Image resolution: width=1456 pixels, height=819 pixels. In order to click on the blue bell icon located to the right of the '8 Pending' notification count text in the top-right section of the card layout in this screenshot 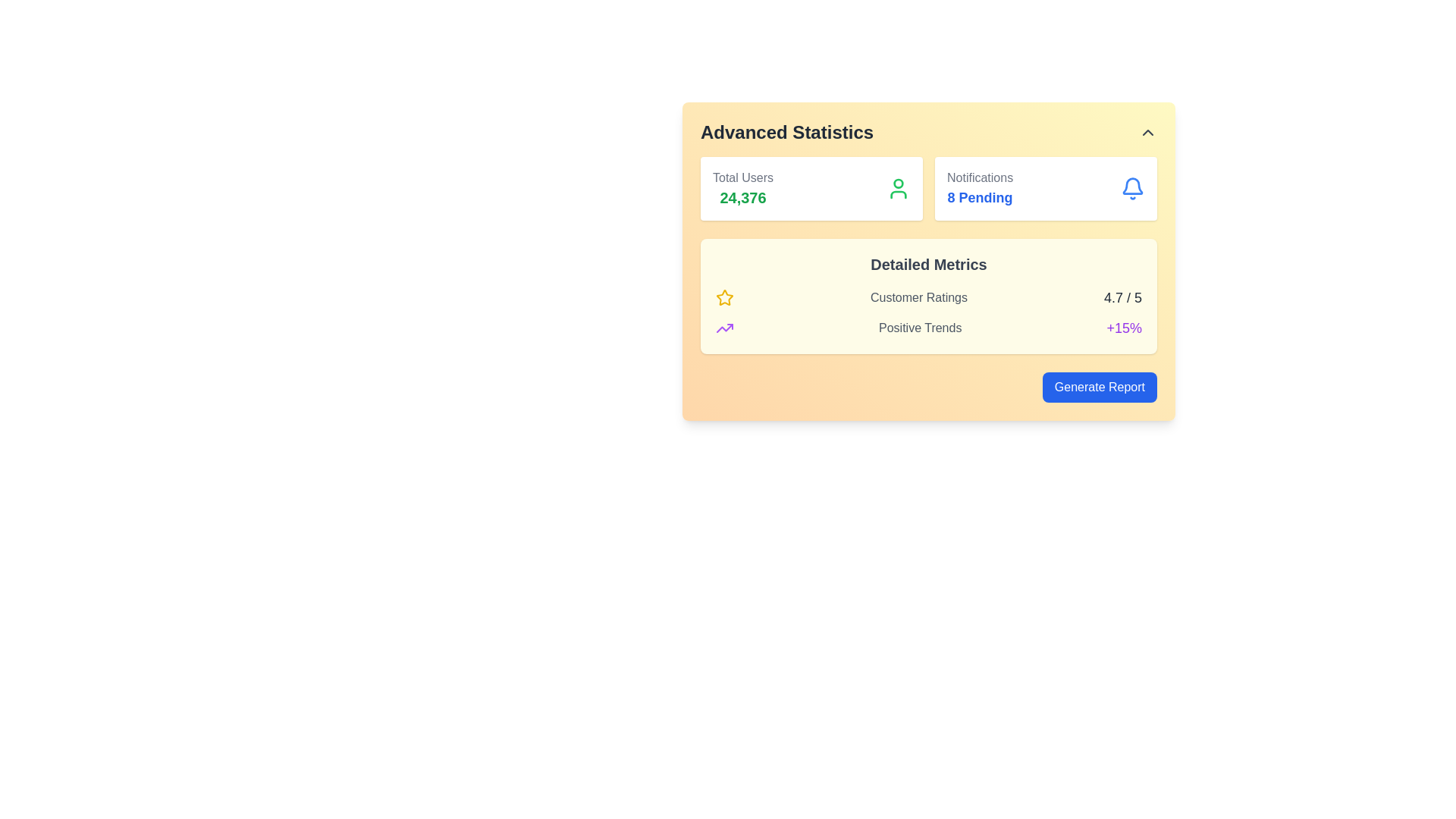, I will do `click(1132, 185)`.